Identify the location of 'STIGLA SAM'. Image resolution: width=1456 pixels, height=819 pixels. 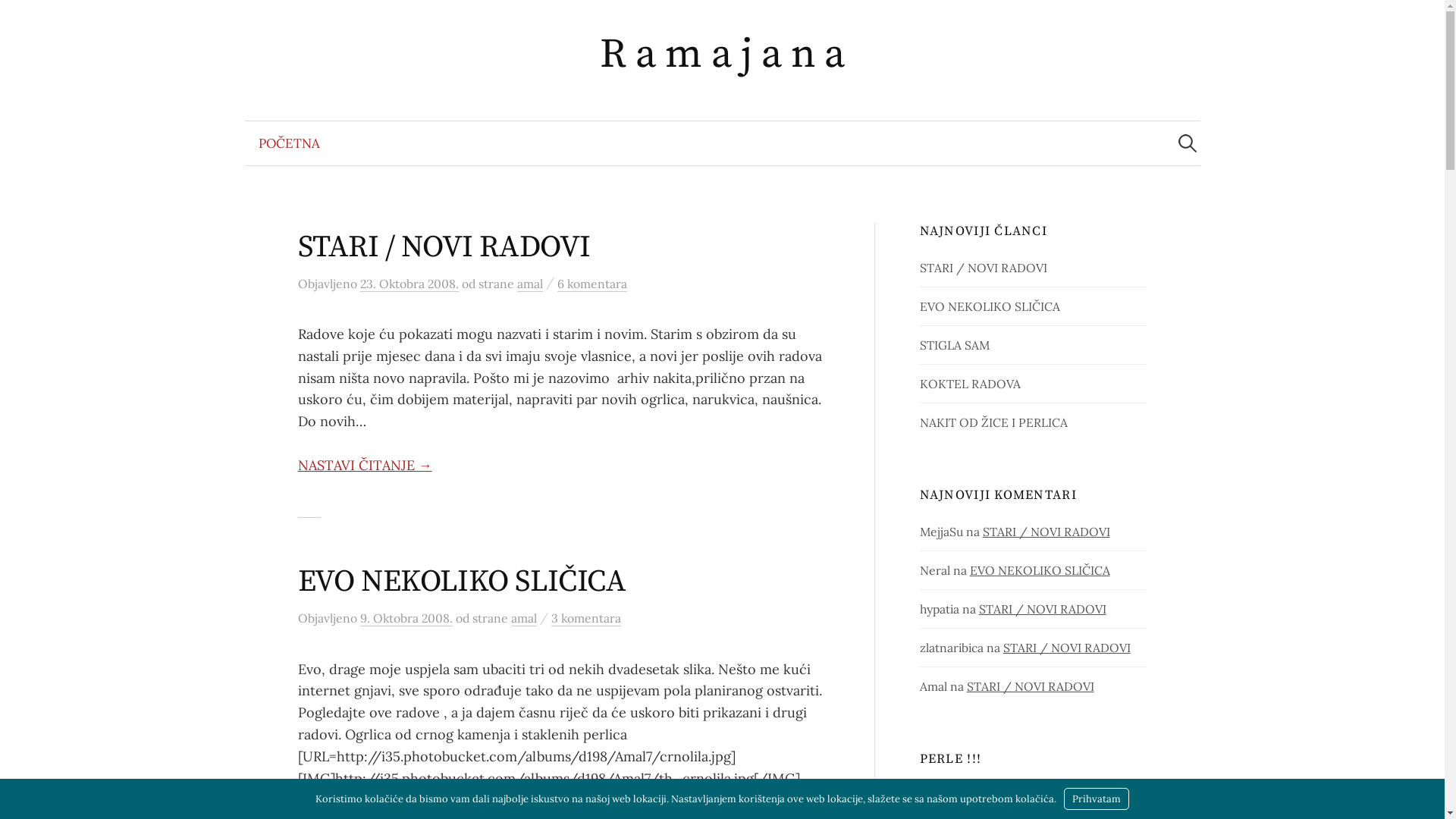
(919, 345).